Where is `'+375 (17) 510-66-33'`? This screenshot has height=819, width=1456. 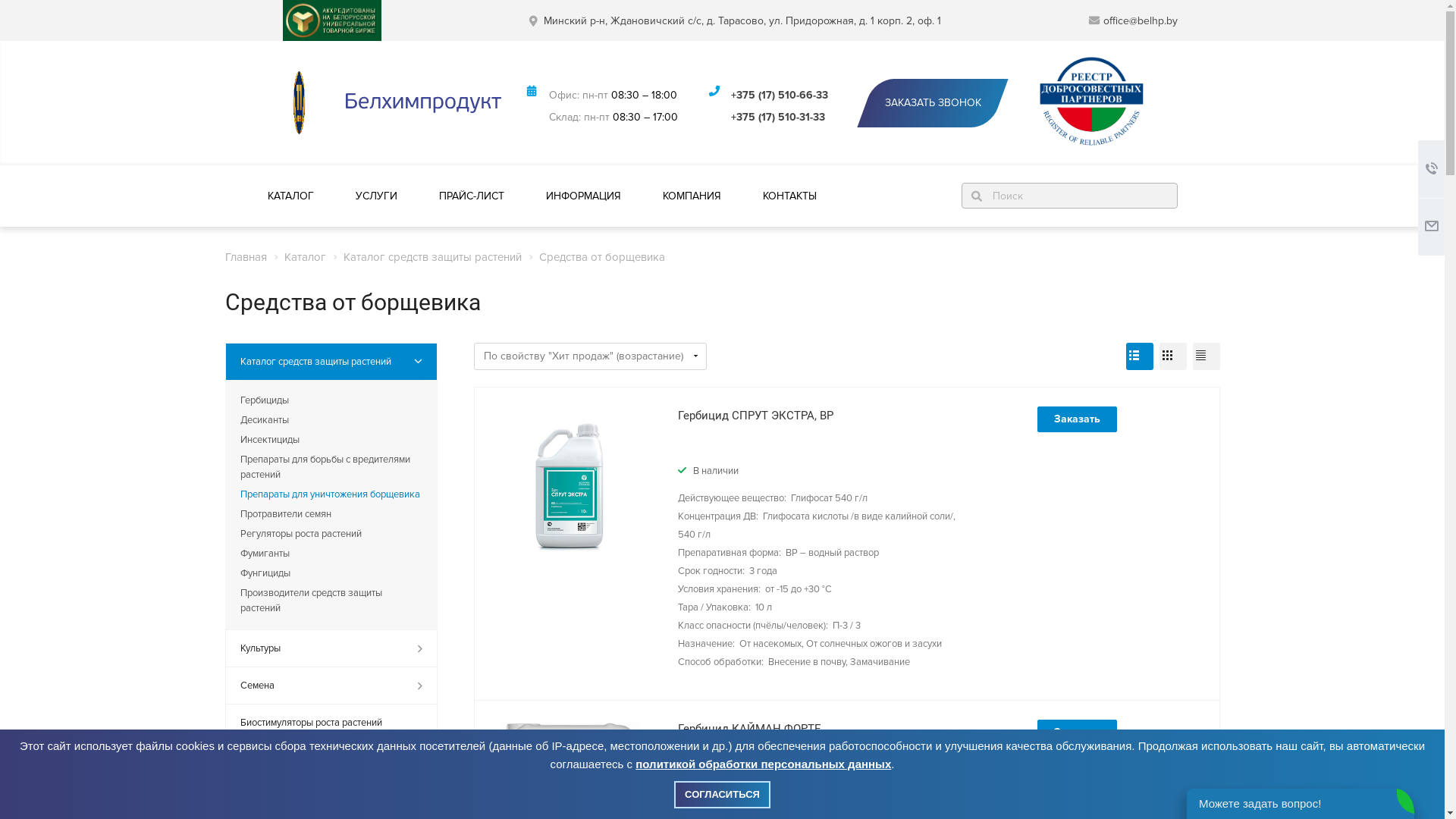 '+375 (17) 510-66-33' is located at coordinates (779, 95).